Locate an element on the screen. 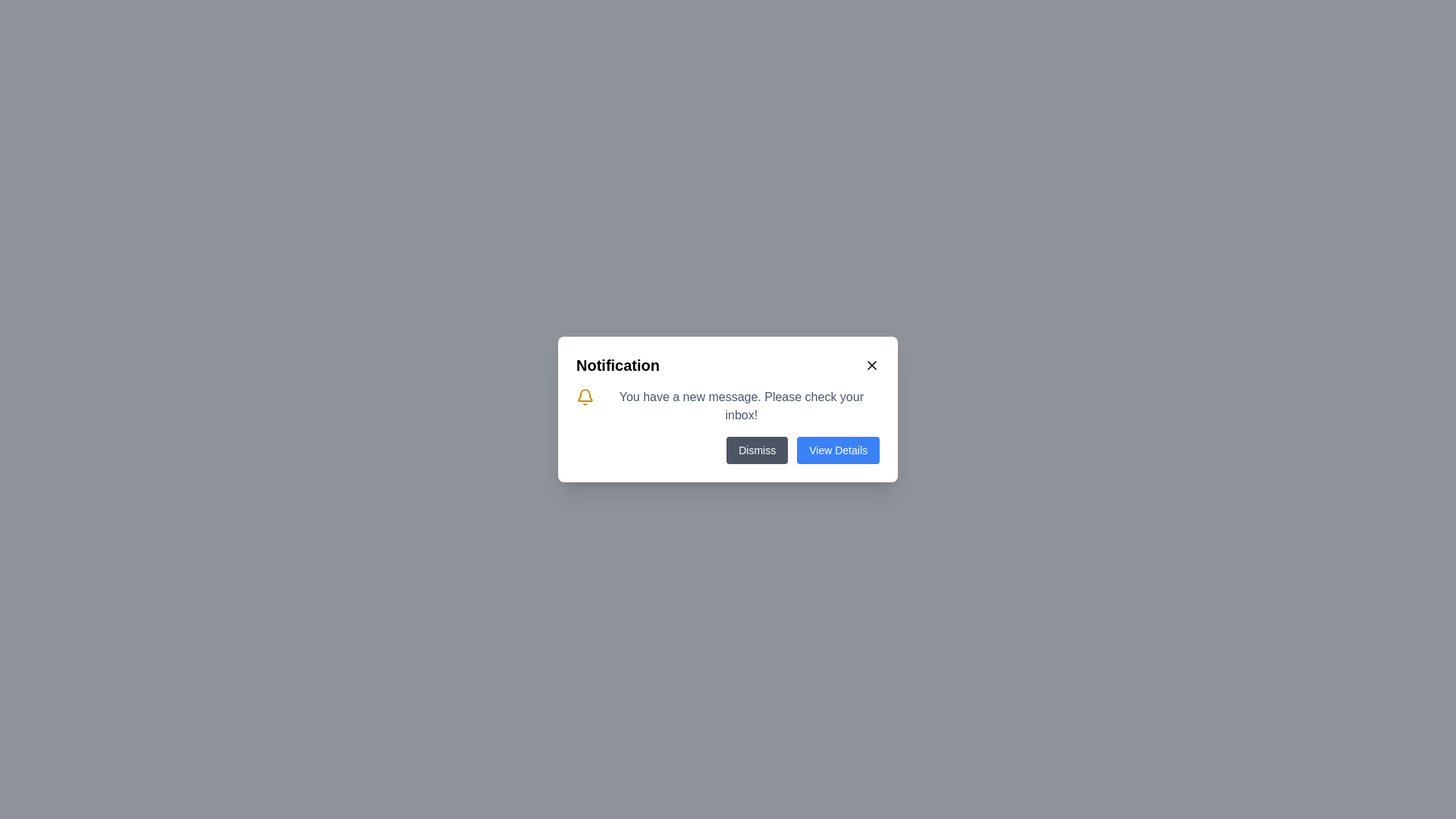 This screenshot has width=1456, height=819. the 'Dismiss' button in the bottom-right area of the notification dialog card, which is part of the Button Group for dismissing notifications is located at coordinates (728, 450).